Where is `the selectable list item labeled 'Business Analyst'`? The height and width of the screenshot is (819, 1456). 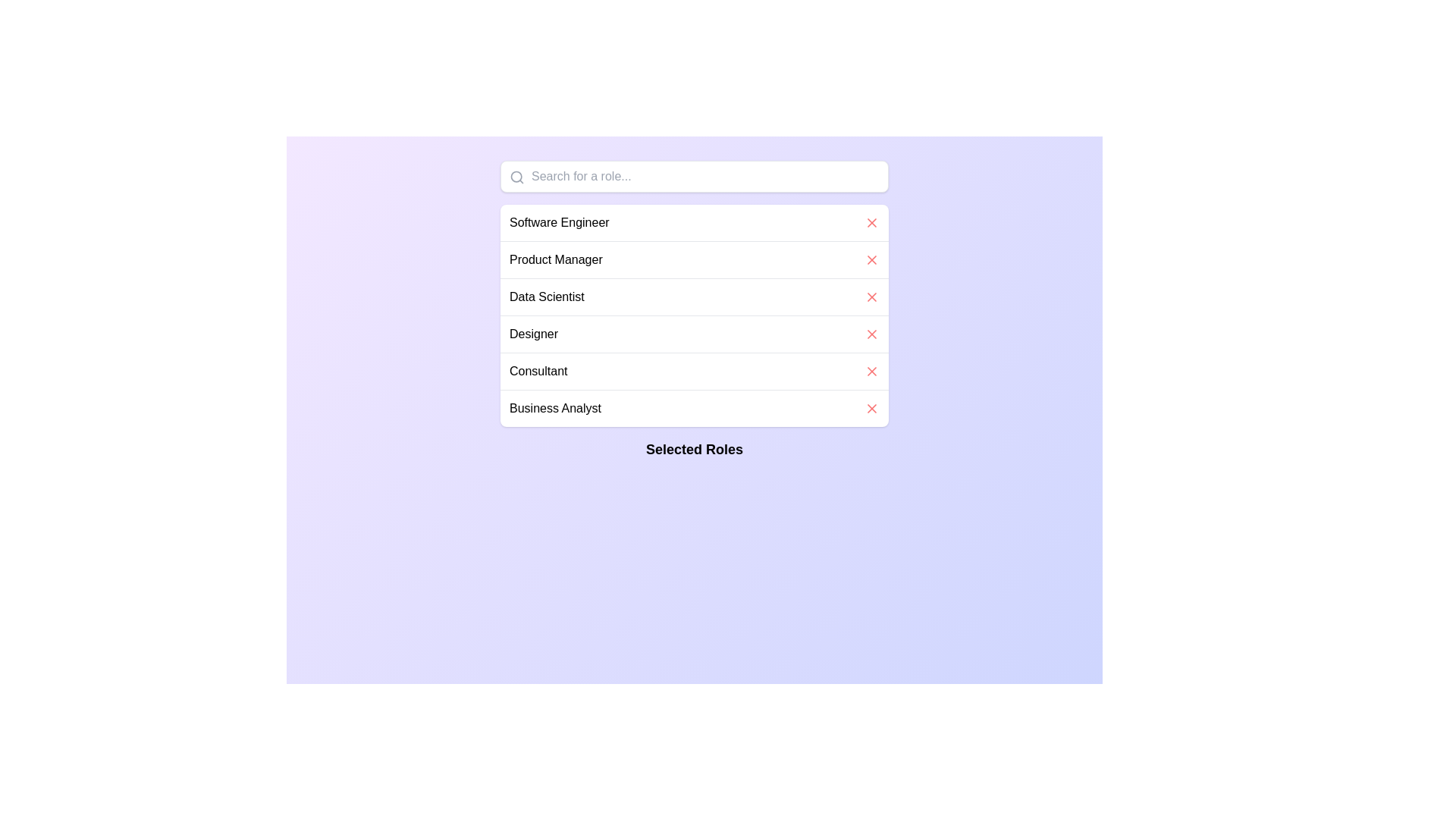
the selectable list item labeled 'Business Analyst' is located at coordinates (694, 406).